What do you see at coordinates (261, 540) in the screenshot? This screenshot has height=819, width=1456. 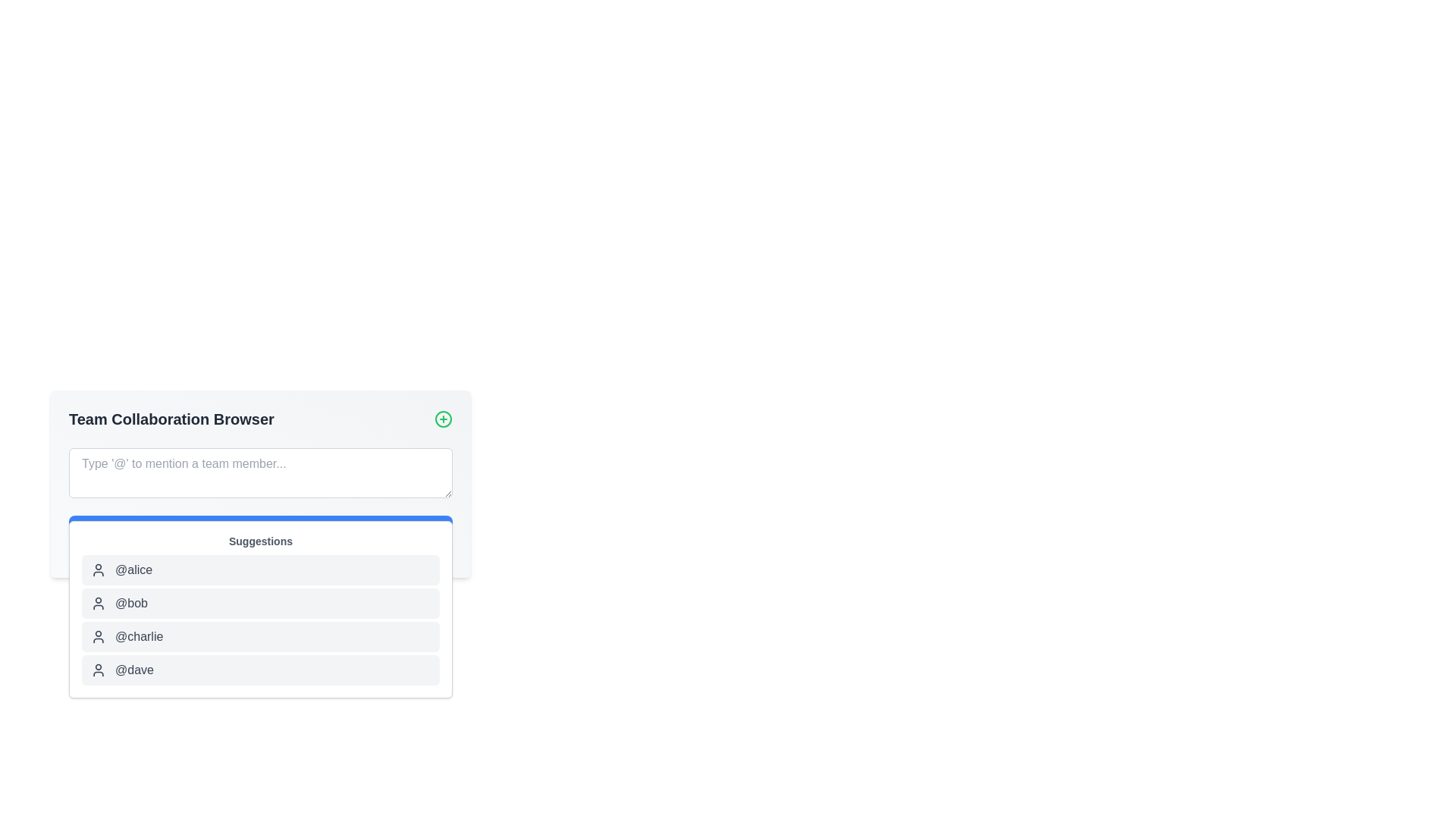 I see `the static text label that serves as the title for the dropdown box containing suggestions, positioned at the top of the box` at bounding box center [261, 540].